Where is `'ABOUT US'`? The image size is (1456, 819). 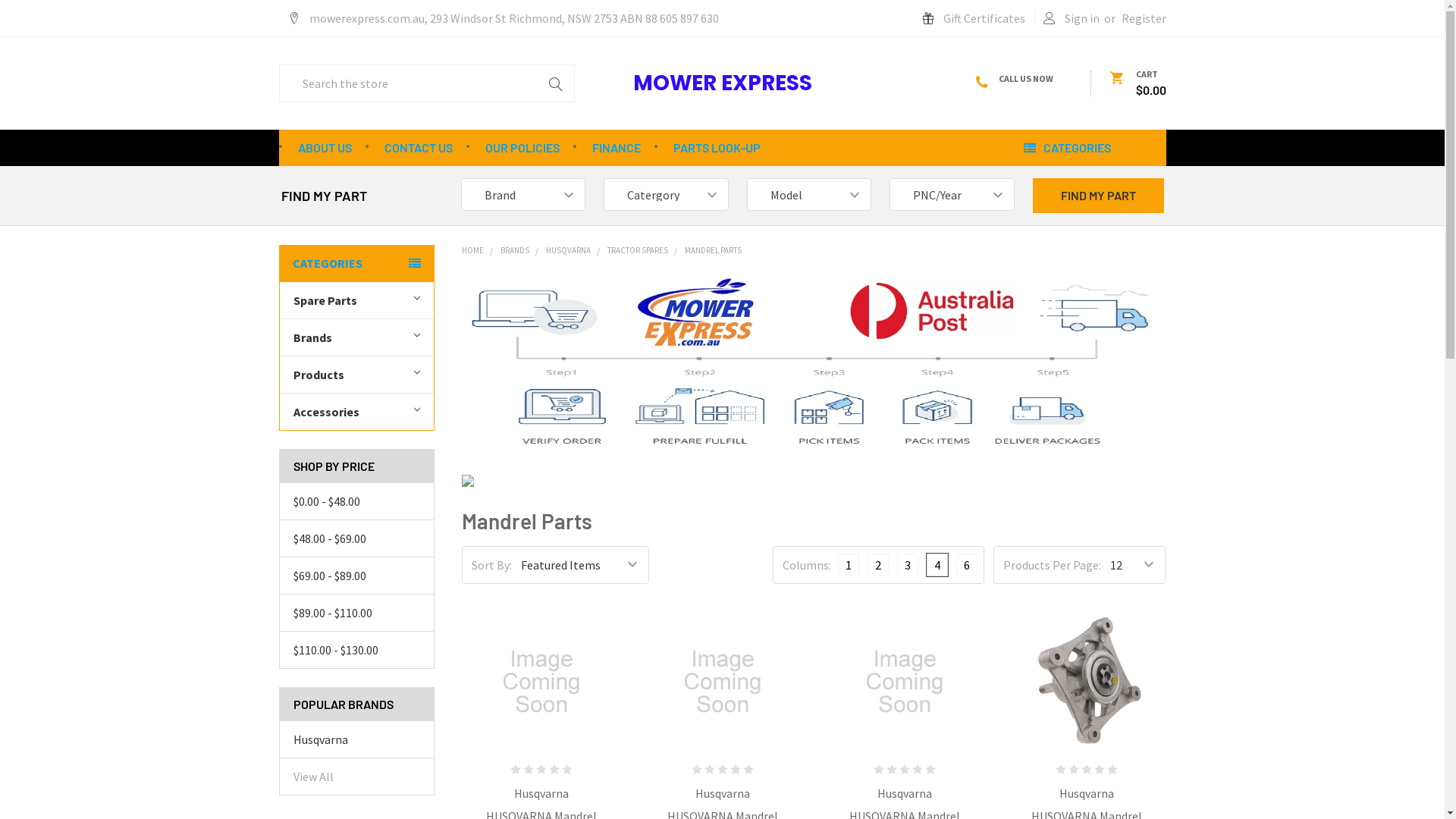
'ABOUT US' is located at coordinates (323, 148).